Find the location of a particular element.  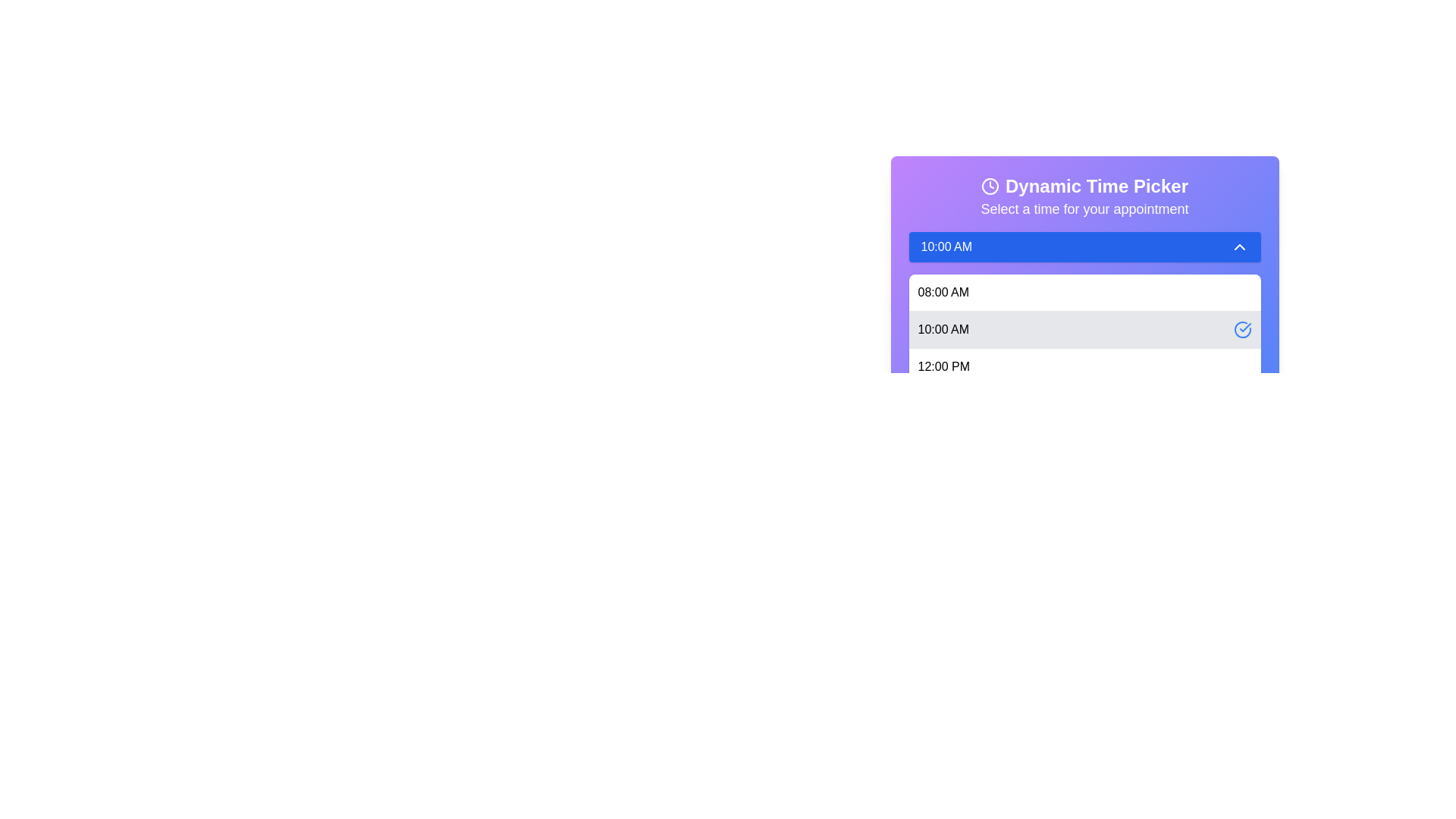

the upward-pointing chevron icon in white, located within a blue rectangular area is located at coordinates (1239, 246).